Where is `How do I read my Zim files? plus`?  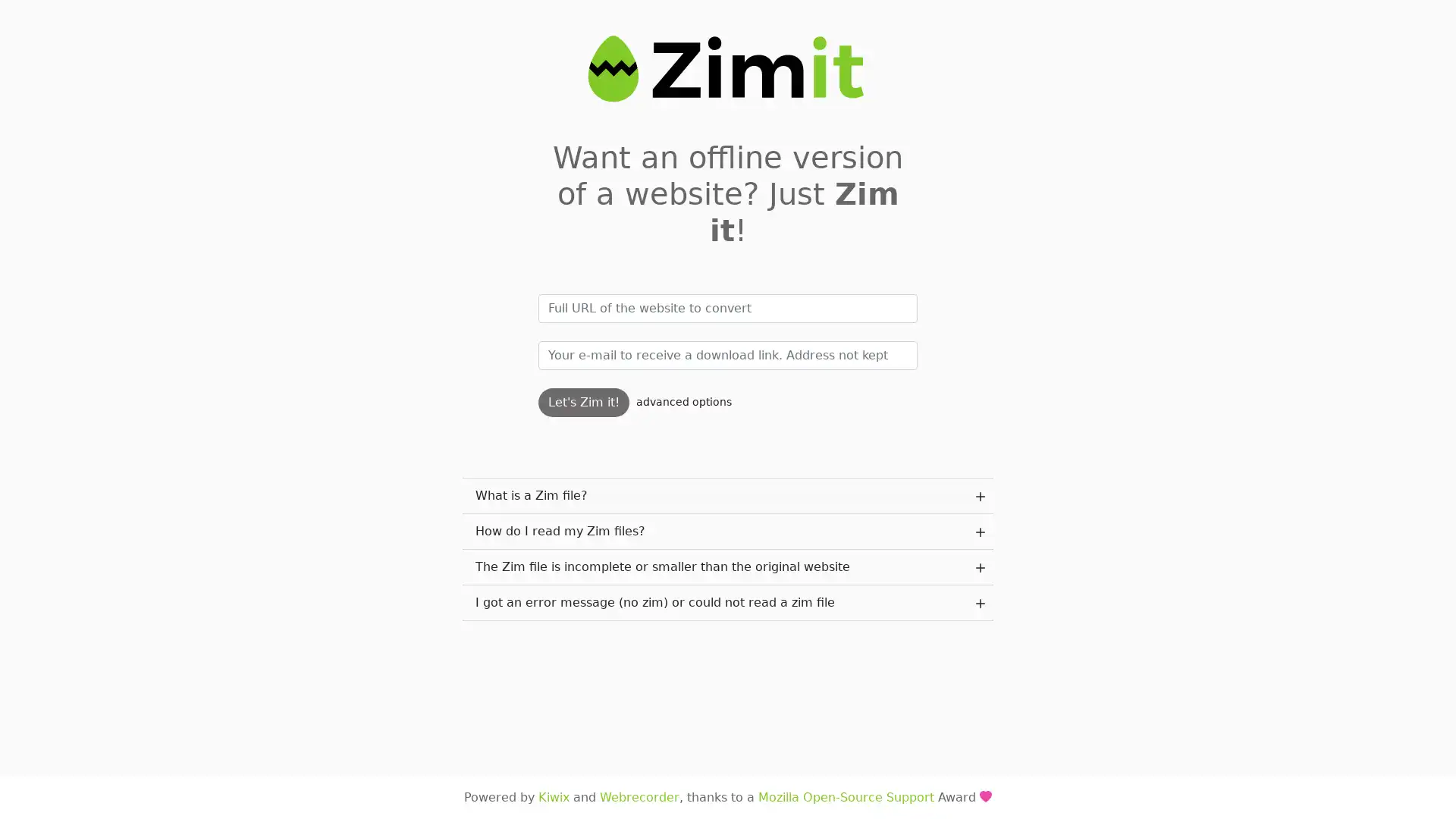
How do I read my Zim files? plus is located at coordinates (728, 529).